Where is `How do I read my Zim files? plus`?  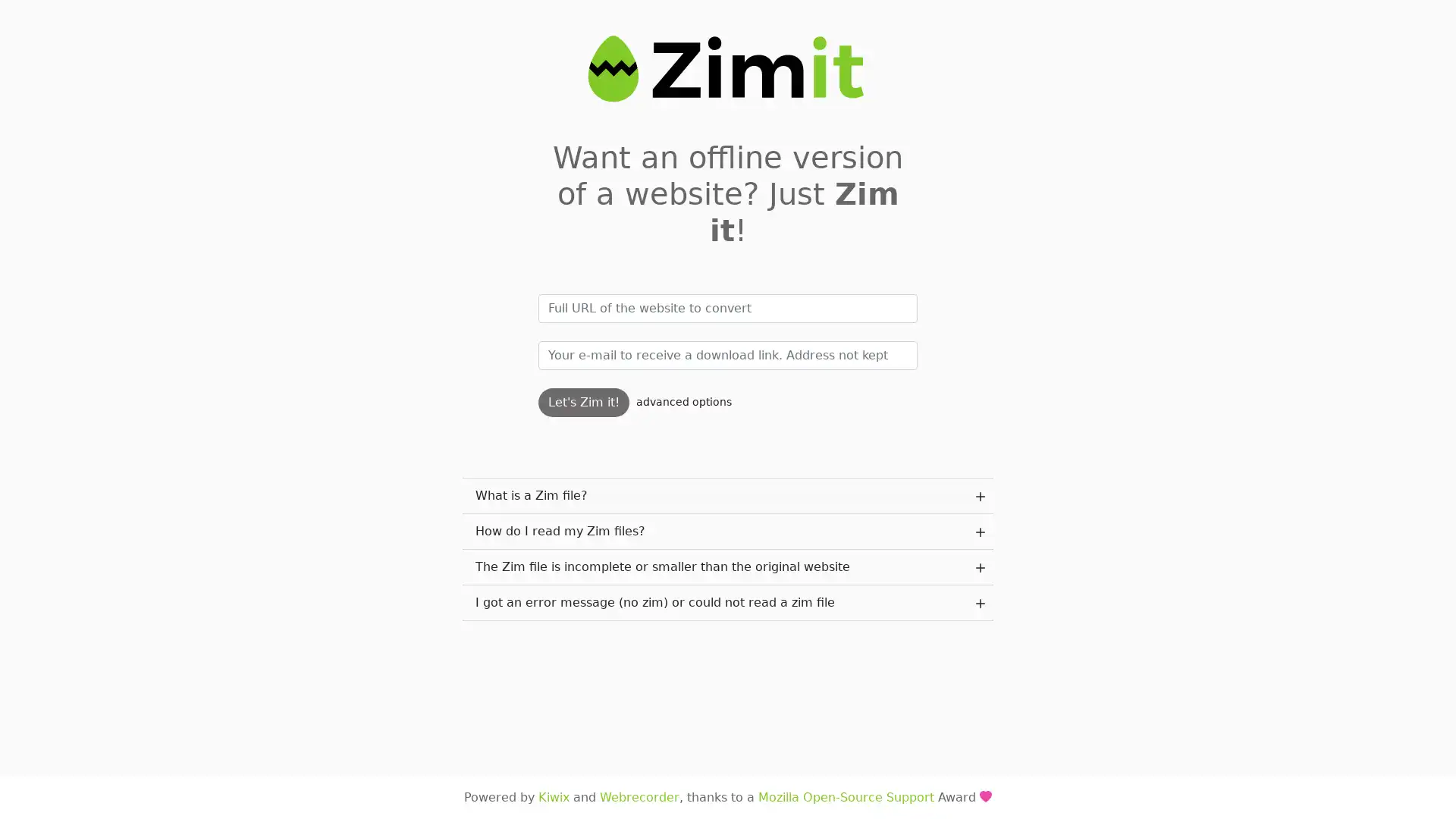
How do I read my Zim files? plus is located at coordinates (728, 529).